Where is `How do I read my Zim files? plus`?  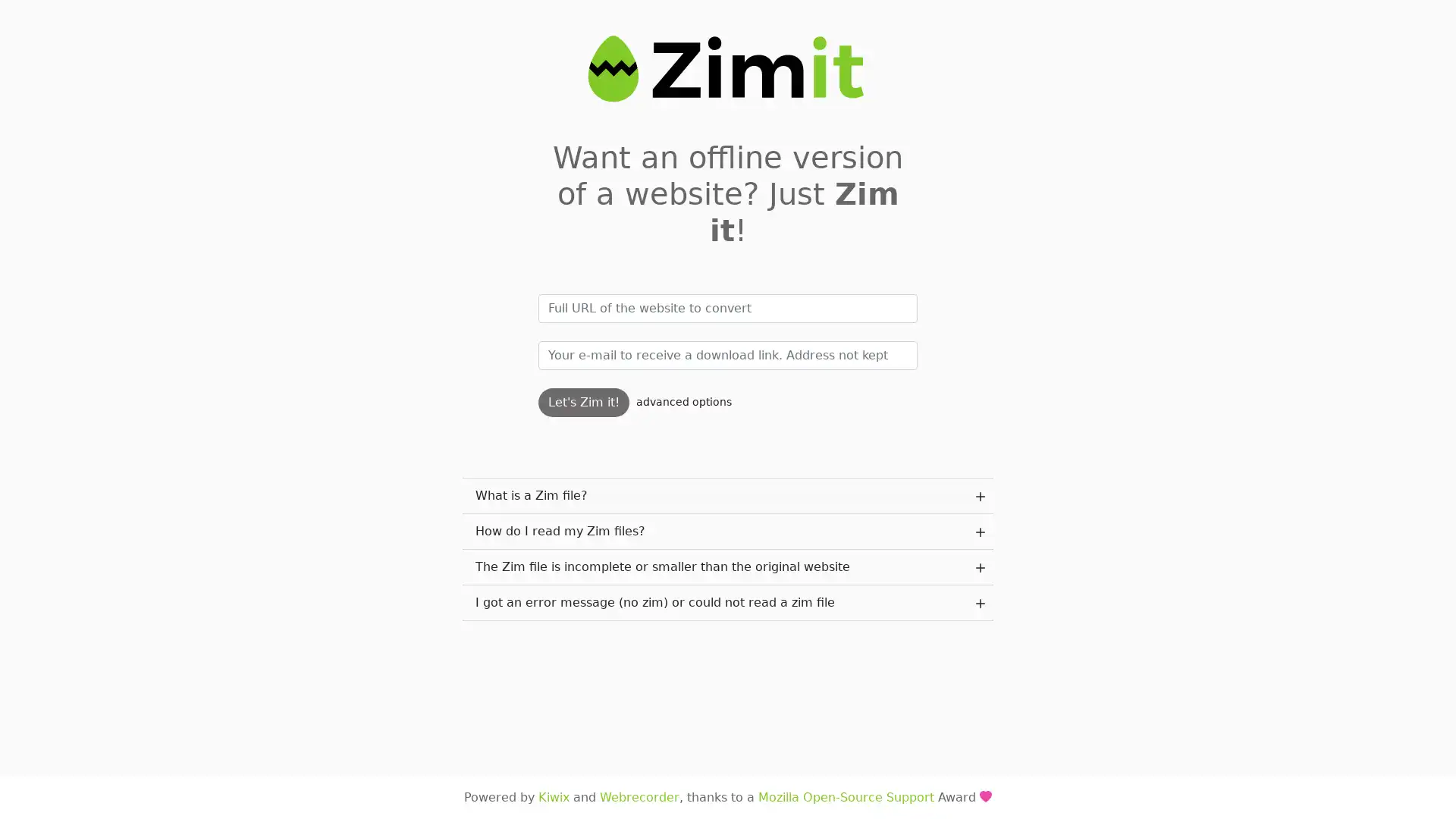
How do I read my Zim files? plus is located at coordinates (728, 529).